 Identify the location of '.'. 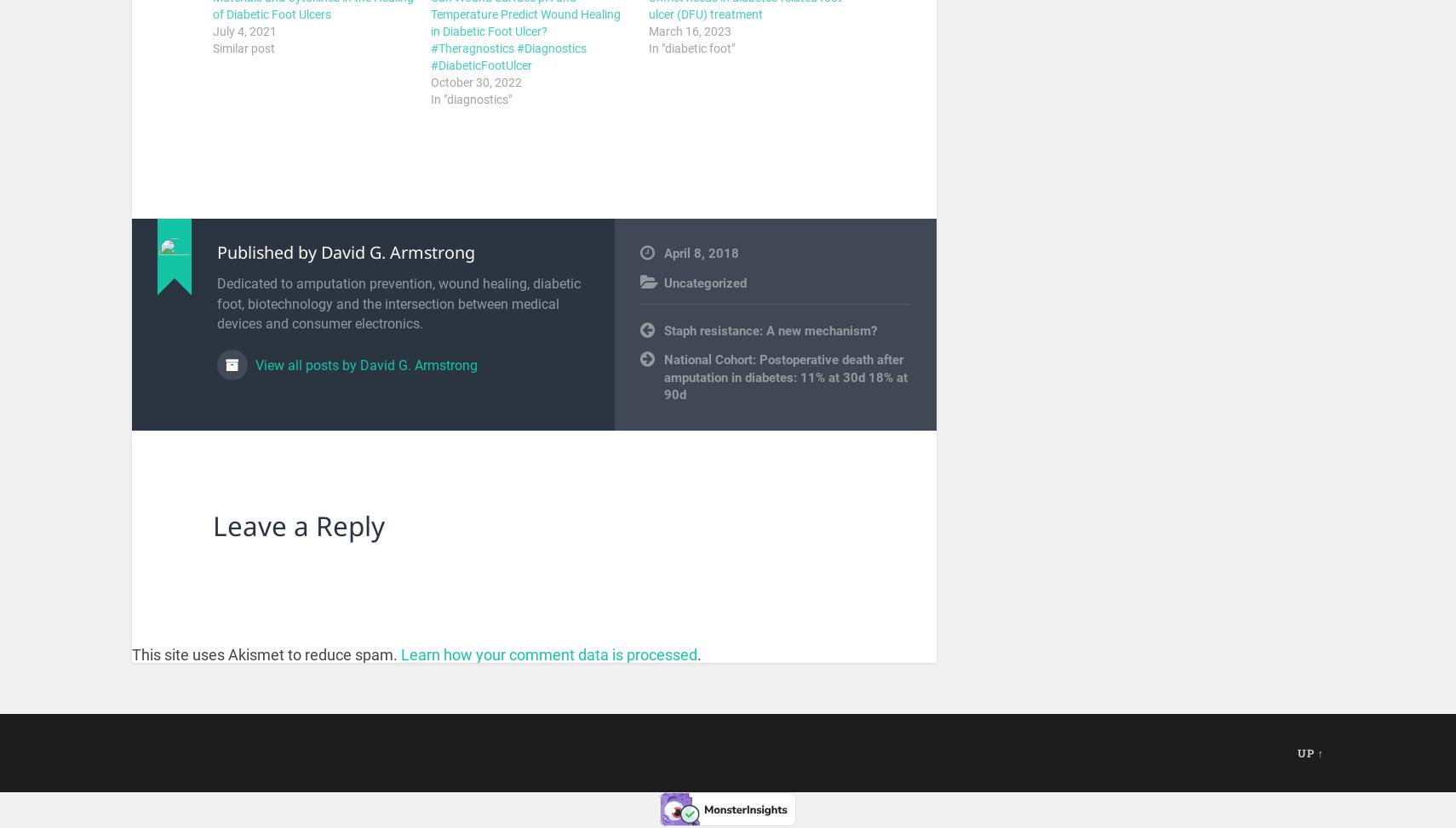
(699, 653).